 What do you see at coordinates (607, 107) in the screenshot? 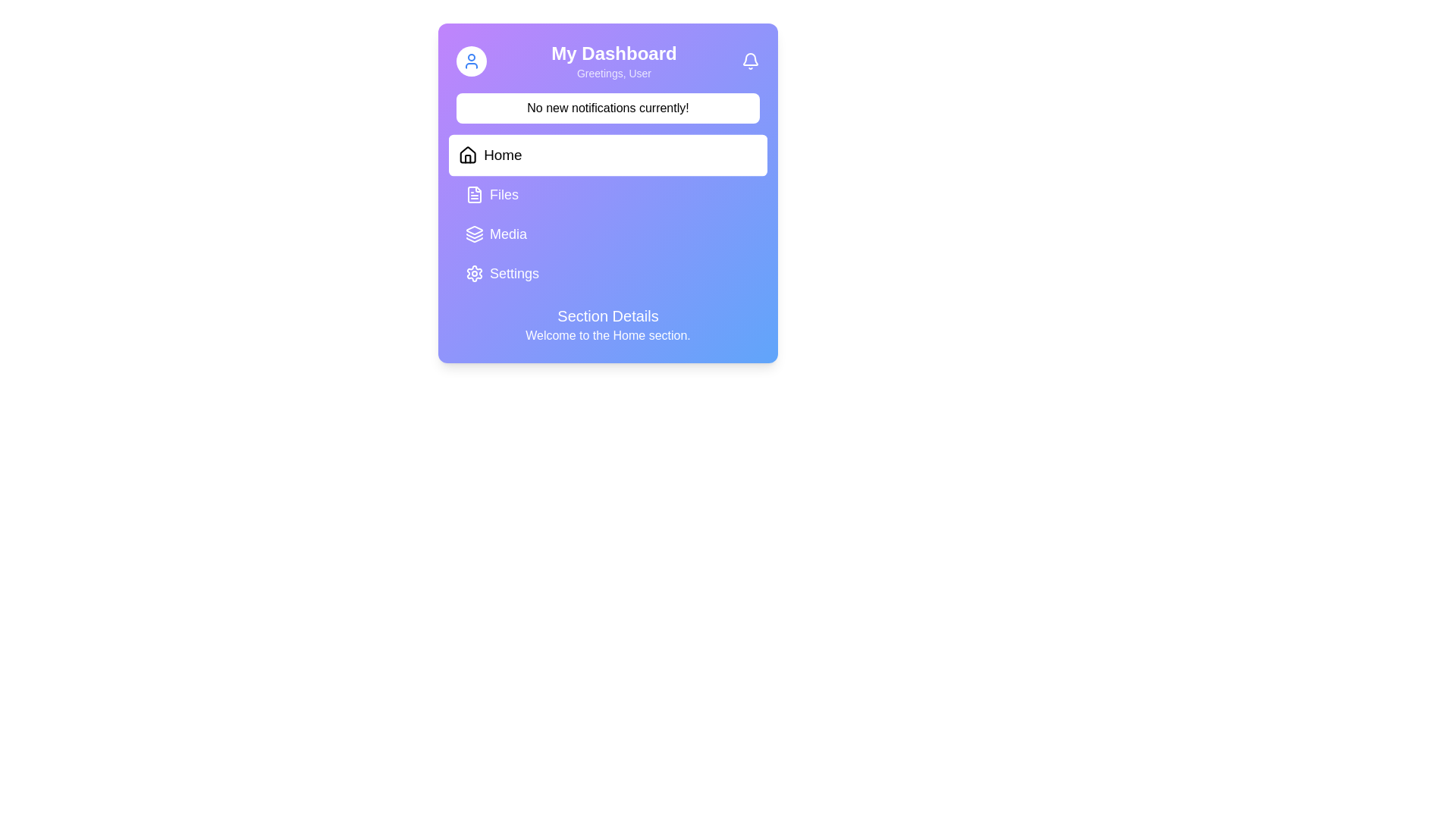
I see `text from the label displaying 'No new notifications currently!' which is styled in black on a white background, located in a rounded rectangle near the top of the dashboard interface` at bounding box center [607, 107].